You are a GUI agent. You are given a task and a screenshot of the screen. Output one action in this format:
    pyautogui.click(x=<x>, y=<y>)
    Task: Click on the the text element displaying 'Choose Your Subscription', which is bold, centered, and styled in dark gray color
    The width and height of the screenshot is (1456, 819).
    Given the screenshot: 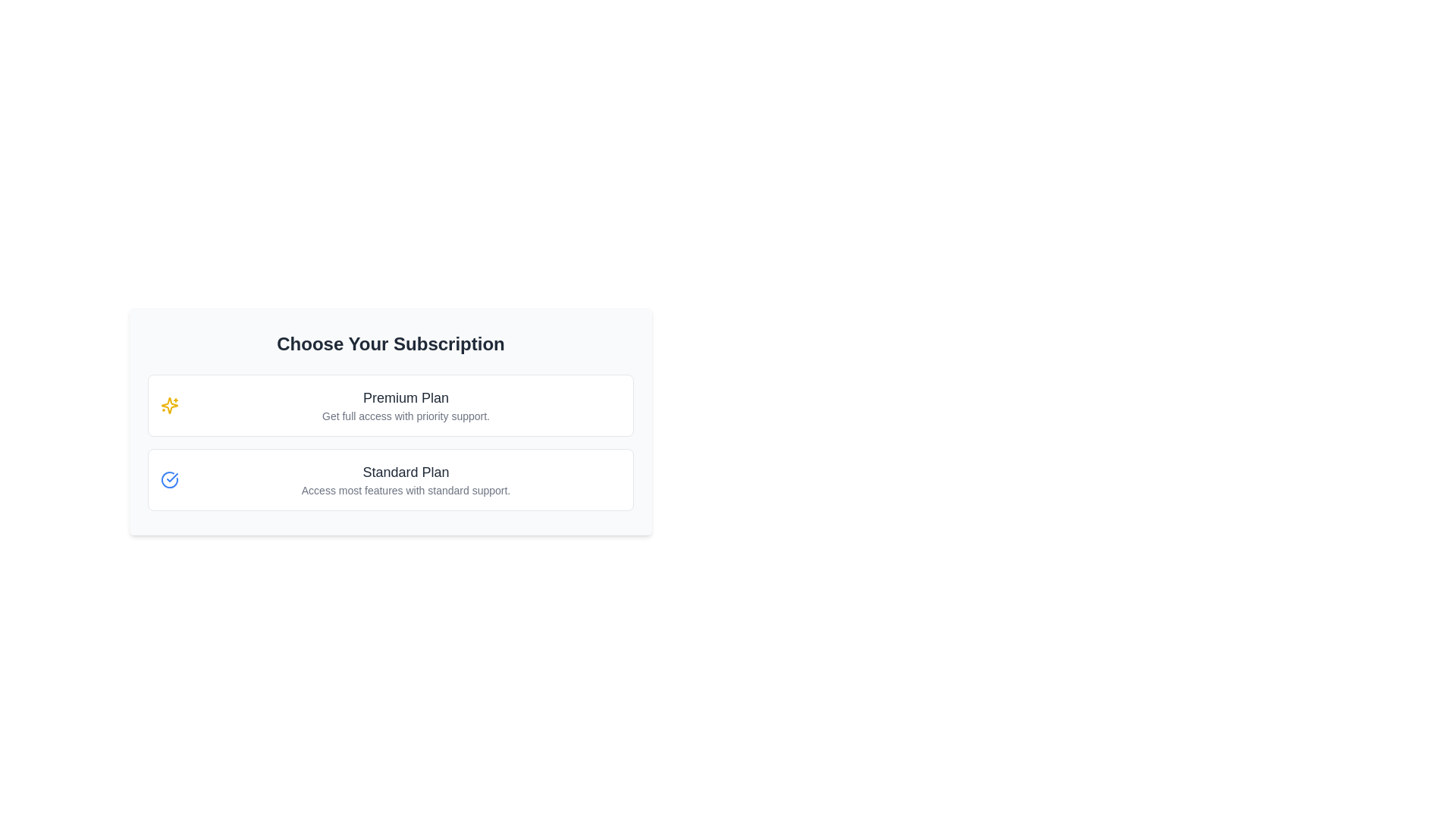 What is the action you would take?
    pyautogui.click(x=391, y=344)
    